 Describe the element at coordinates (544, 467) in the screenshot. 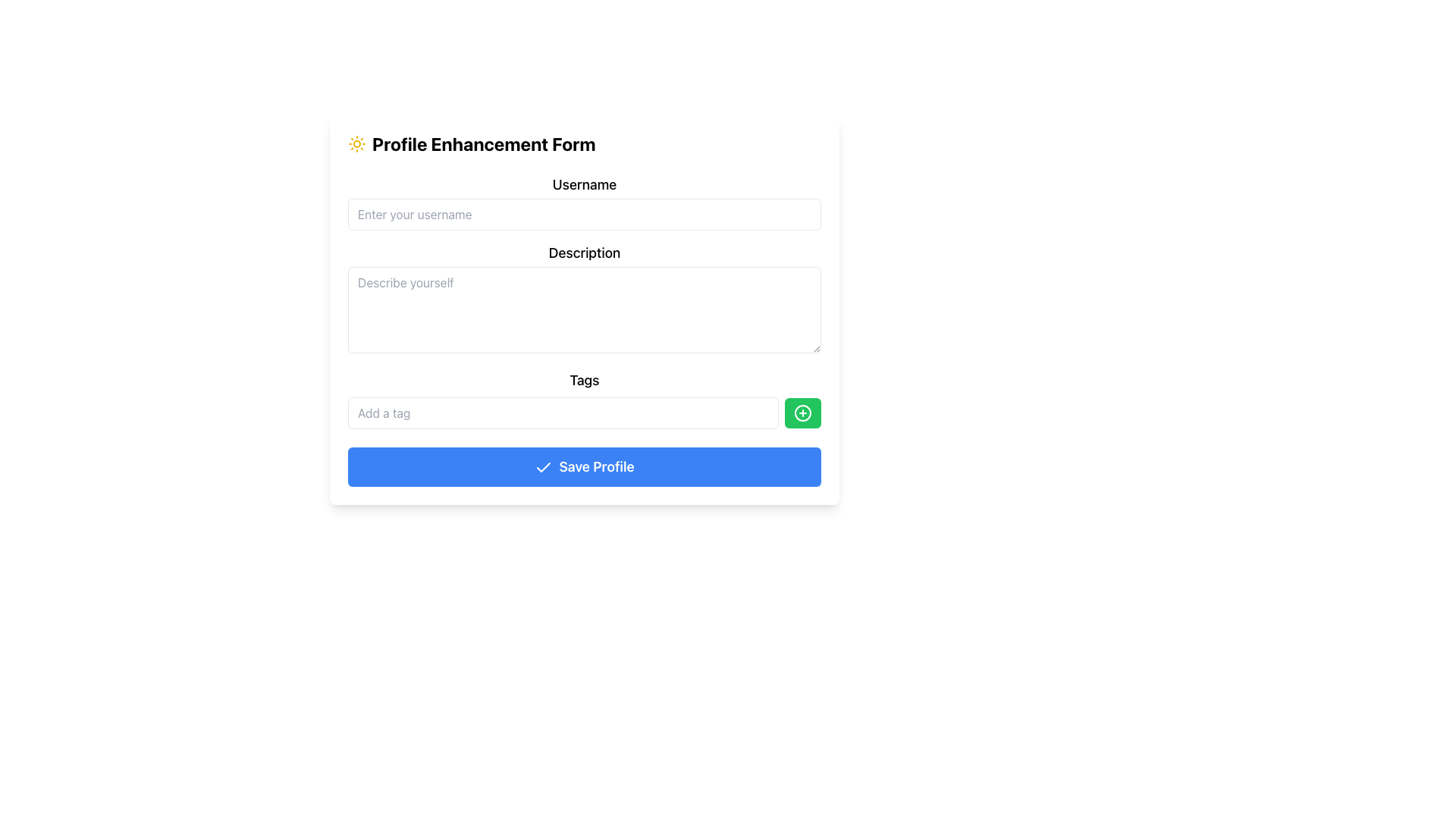

I see `the checkmark icon located inside the 'Save Profile' button, which has a blue background and is styled with a thin outline and rounded edges` at that location.